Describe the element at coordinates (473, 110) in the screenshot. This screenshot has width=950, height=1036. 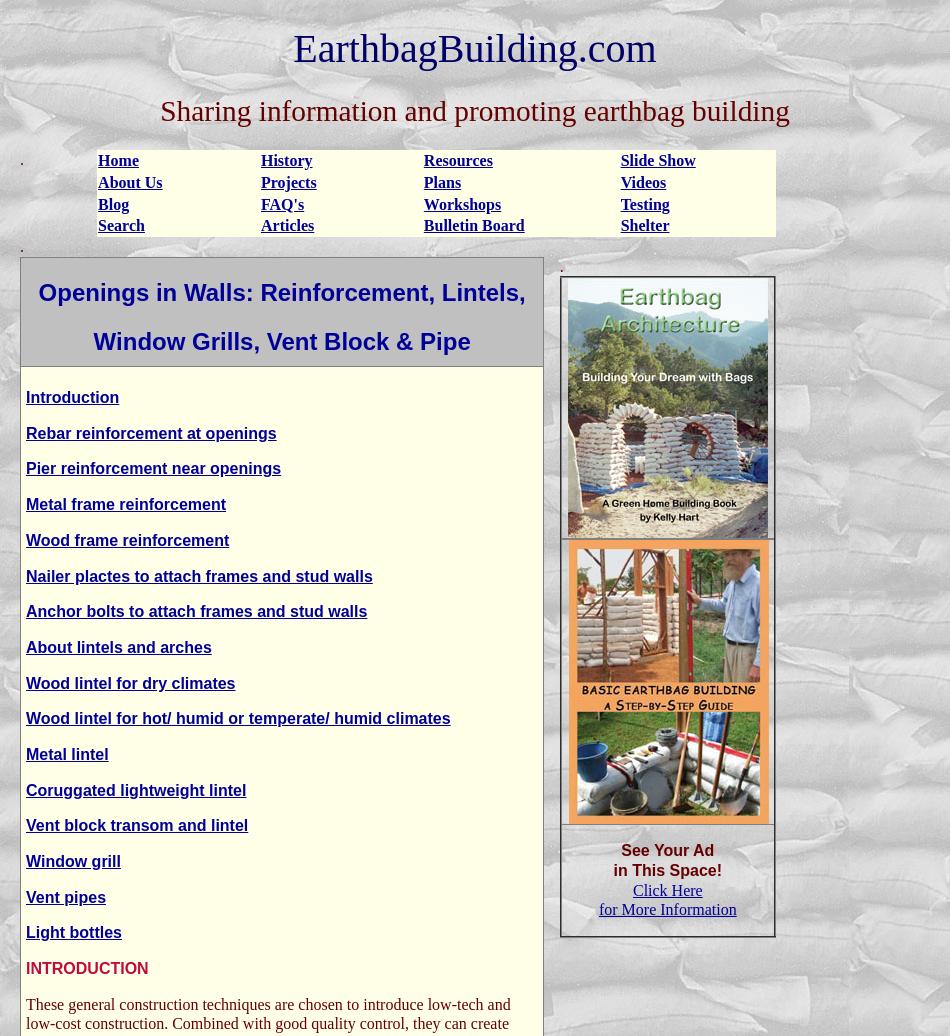
I see `'Sharing information and promoting  earthbag building'` at that location.